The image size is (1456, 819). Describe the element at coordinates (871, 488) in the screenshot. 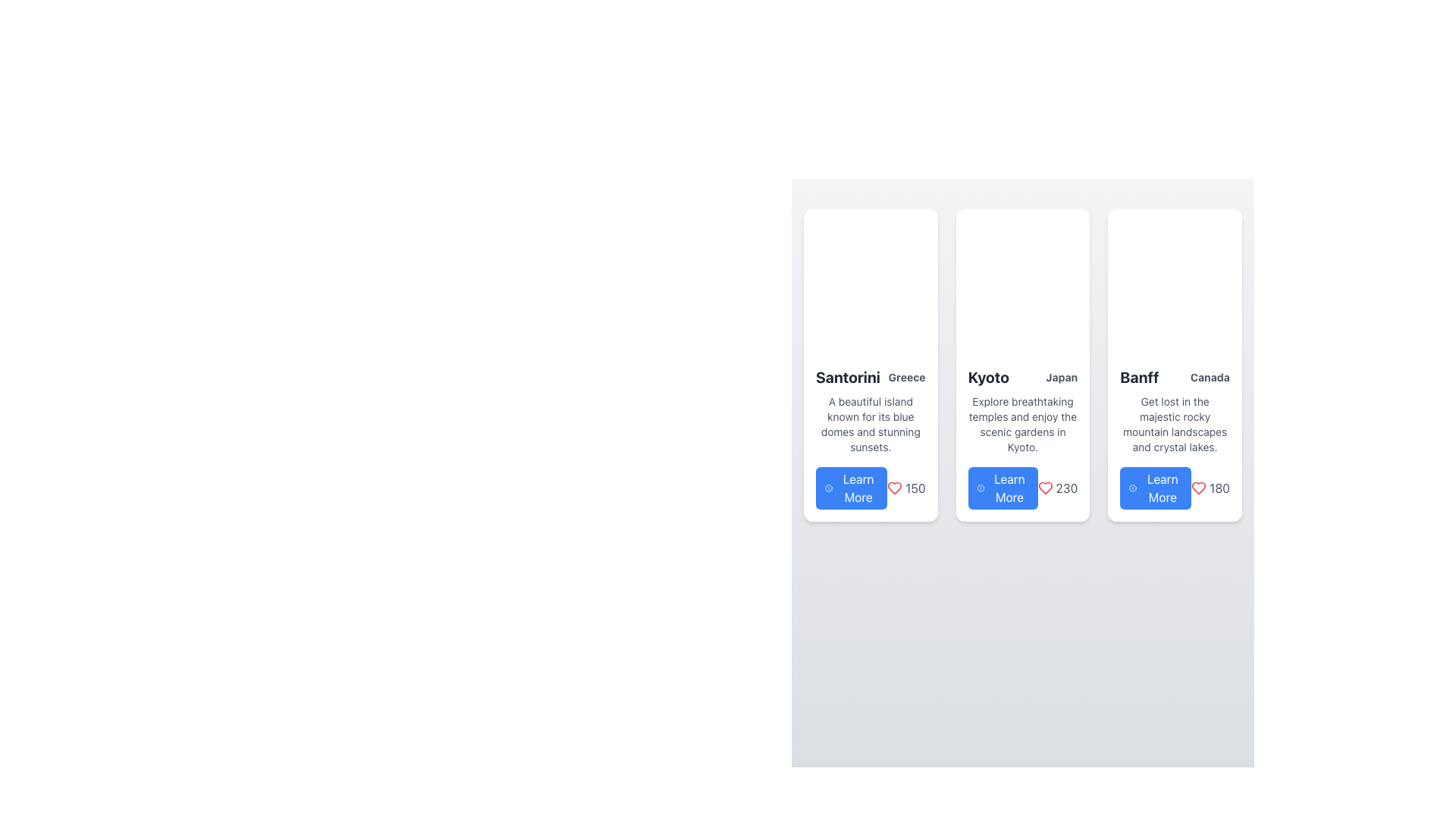

I see `the composite element containing the 'Learn More' button and heart icon` at that location.